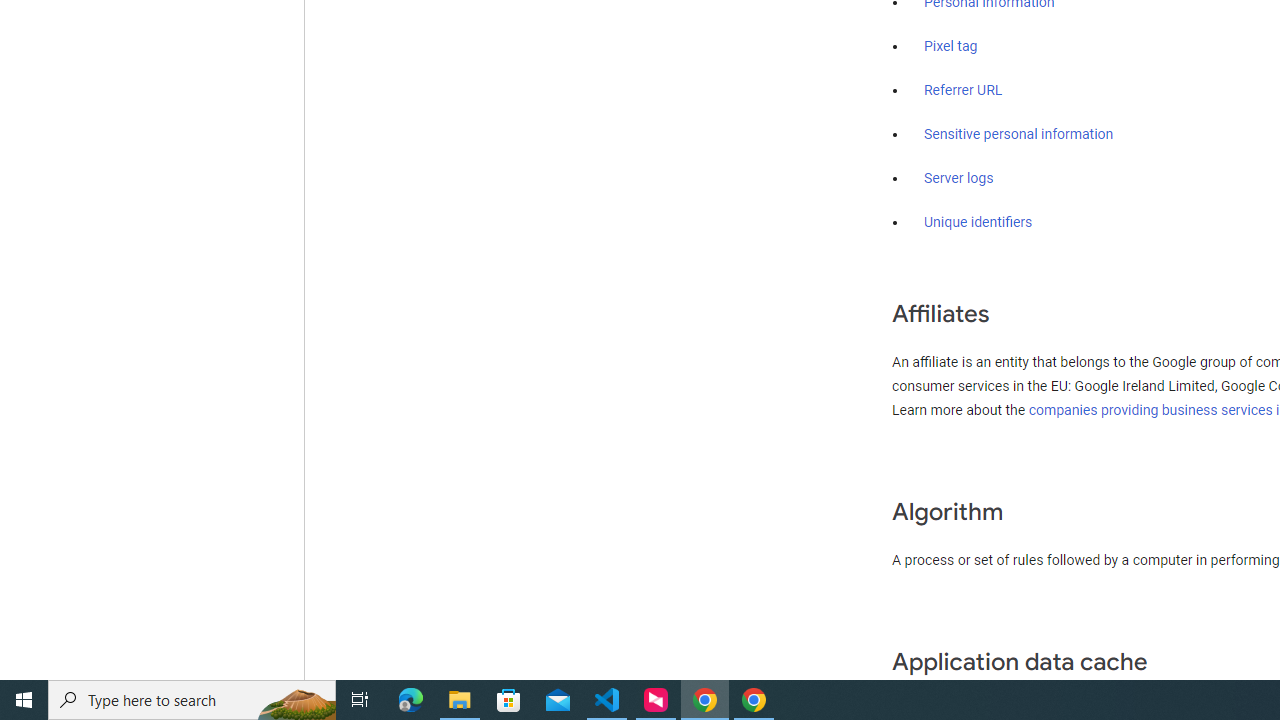  Describe the element at coordinates (958, 177) in the screenshot. I see `'Server logs'` at that location.